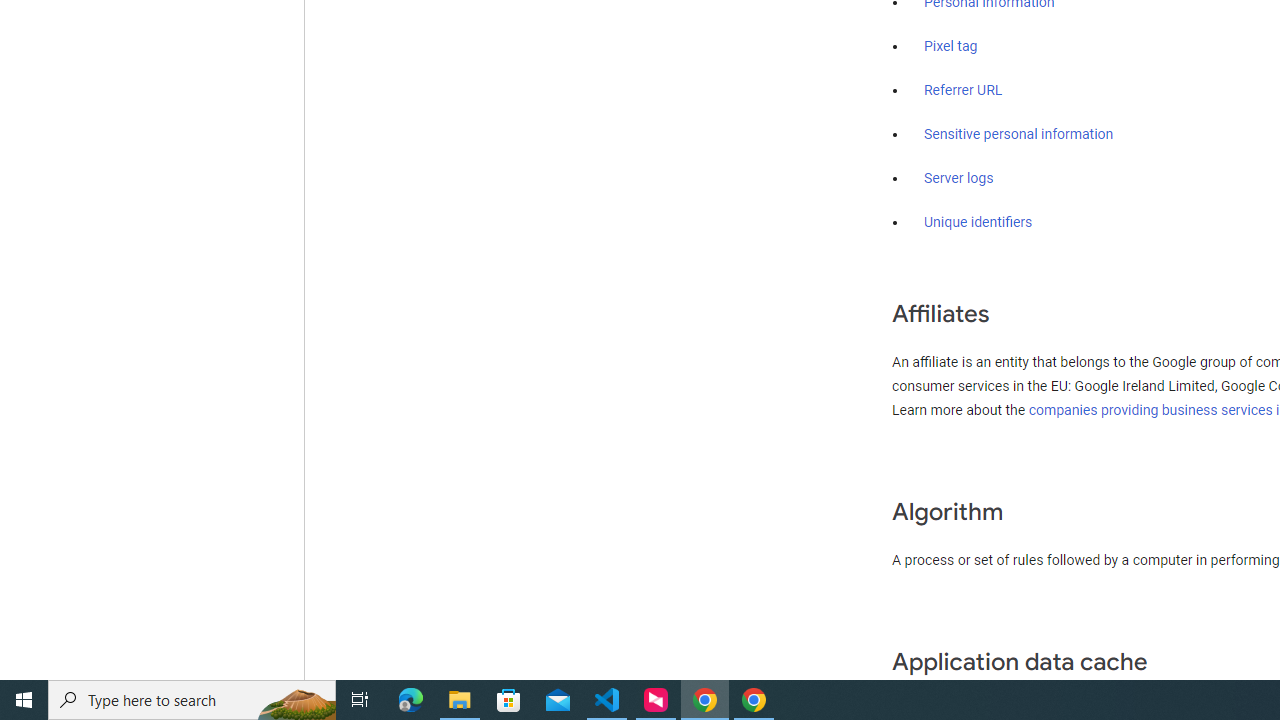  Describe the element at coordinates (958, 177) in the screenshot. I see `'Server logs'` at that location.